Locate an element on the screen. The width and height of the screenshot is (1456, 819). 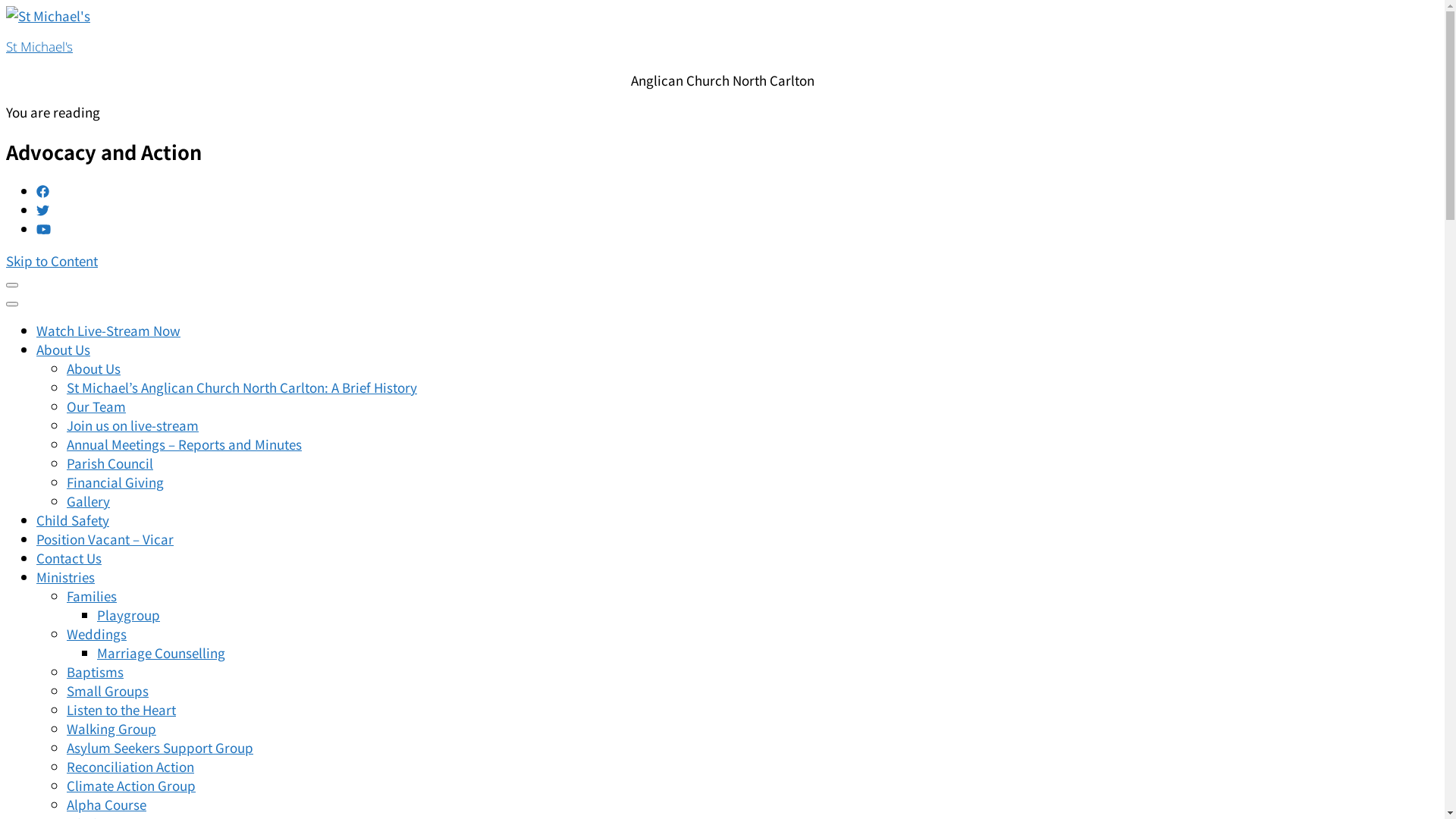
'Gallery' is located at coordinates (87, 500).